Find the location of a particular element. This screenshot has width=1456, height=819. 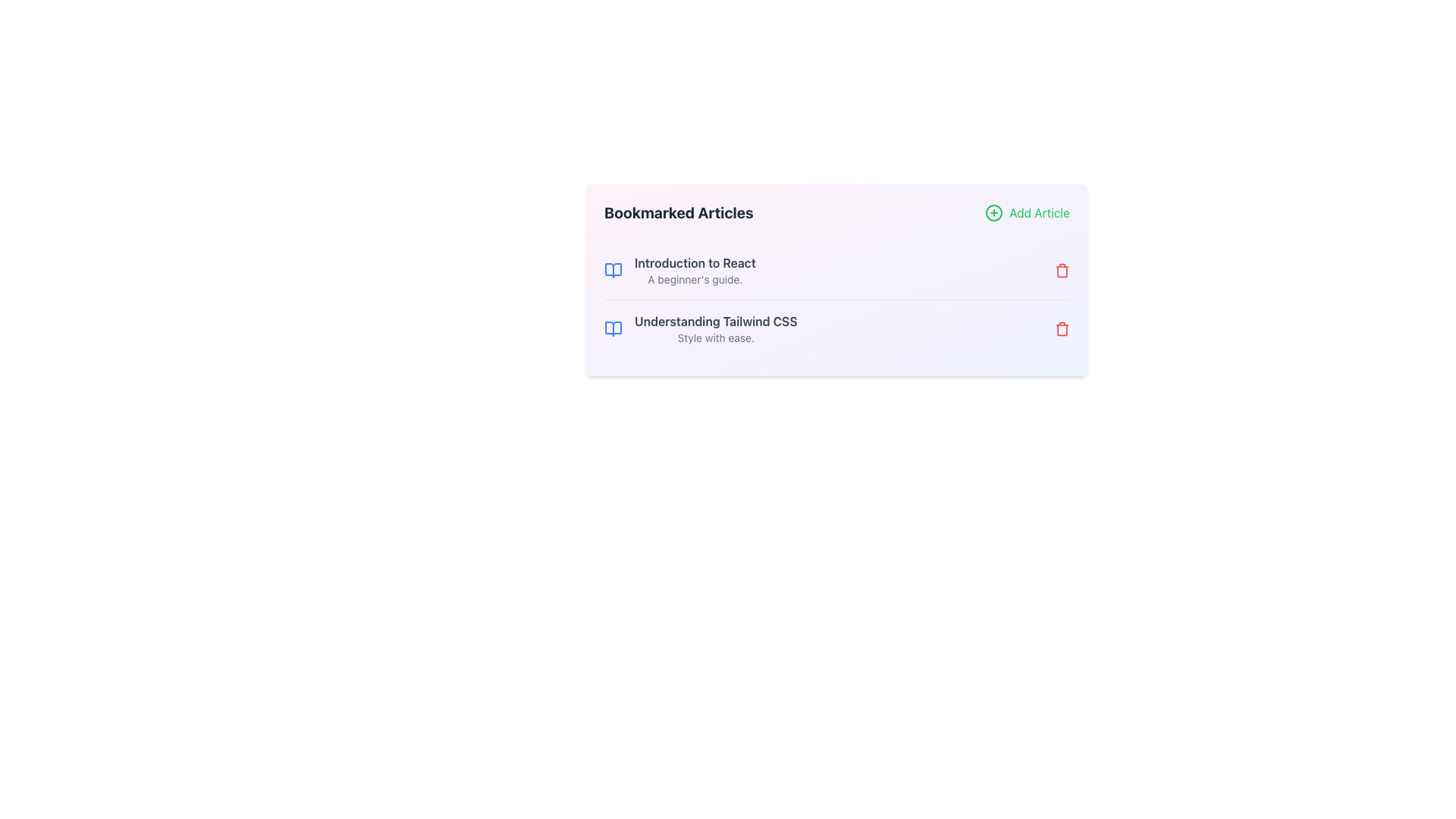

the second item in the 'Bookmarked Articles' list, which represents a bookmarked article is located at coordinates (700, 328).